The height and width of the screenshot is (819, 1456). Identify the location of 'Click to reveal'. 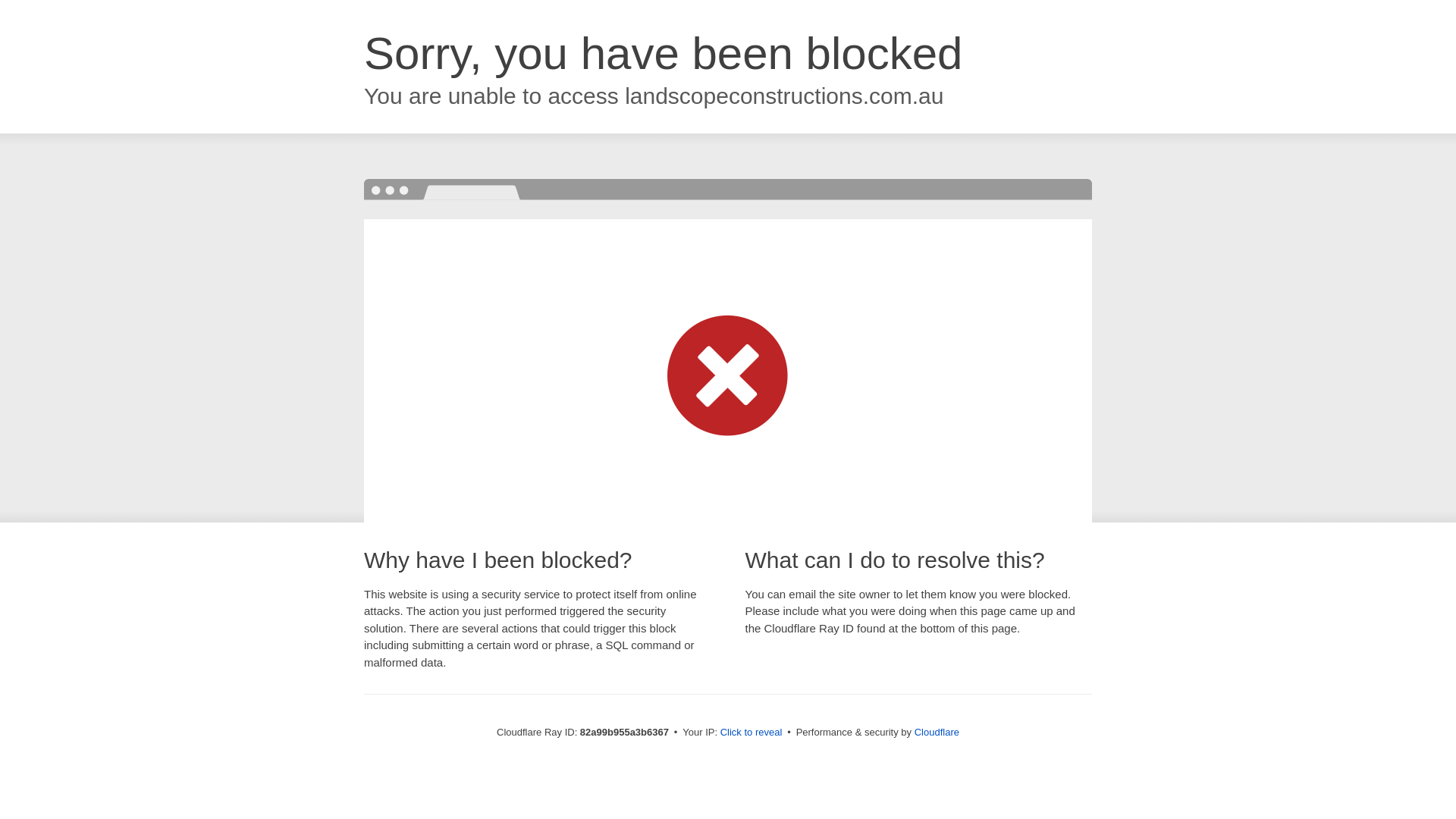
(751, 731).